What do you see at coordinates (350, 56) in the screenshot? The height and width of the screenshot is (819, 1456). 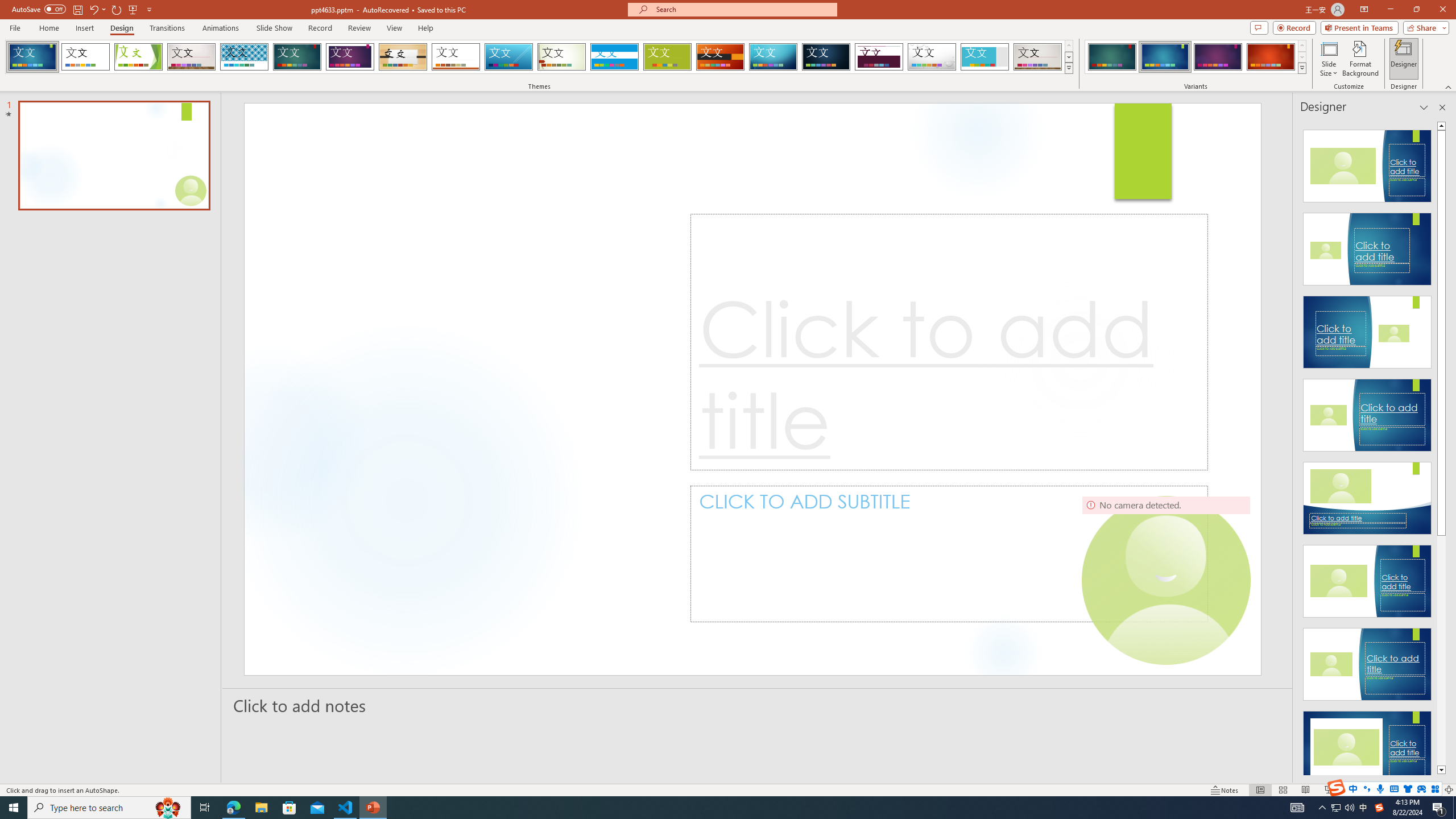 I see `'Ion Boardroom Loading Preview...'` at bounding box center [350, 56].